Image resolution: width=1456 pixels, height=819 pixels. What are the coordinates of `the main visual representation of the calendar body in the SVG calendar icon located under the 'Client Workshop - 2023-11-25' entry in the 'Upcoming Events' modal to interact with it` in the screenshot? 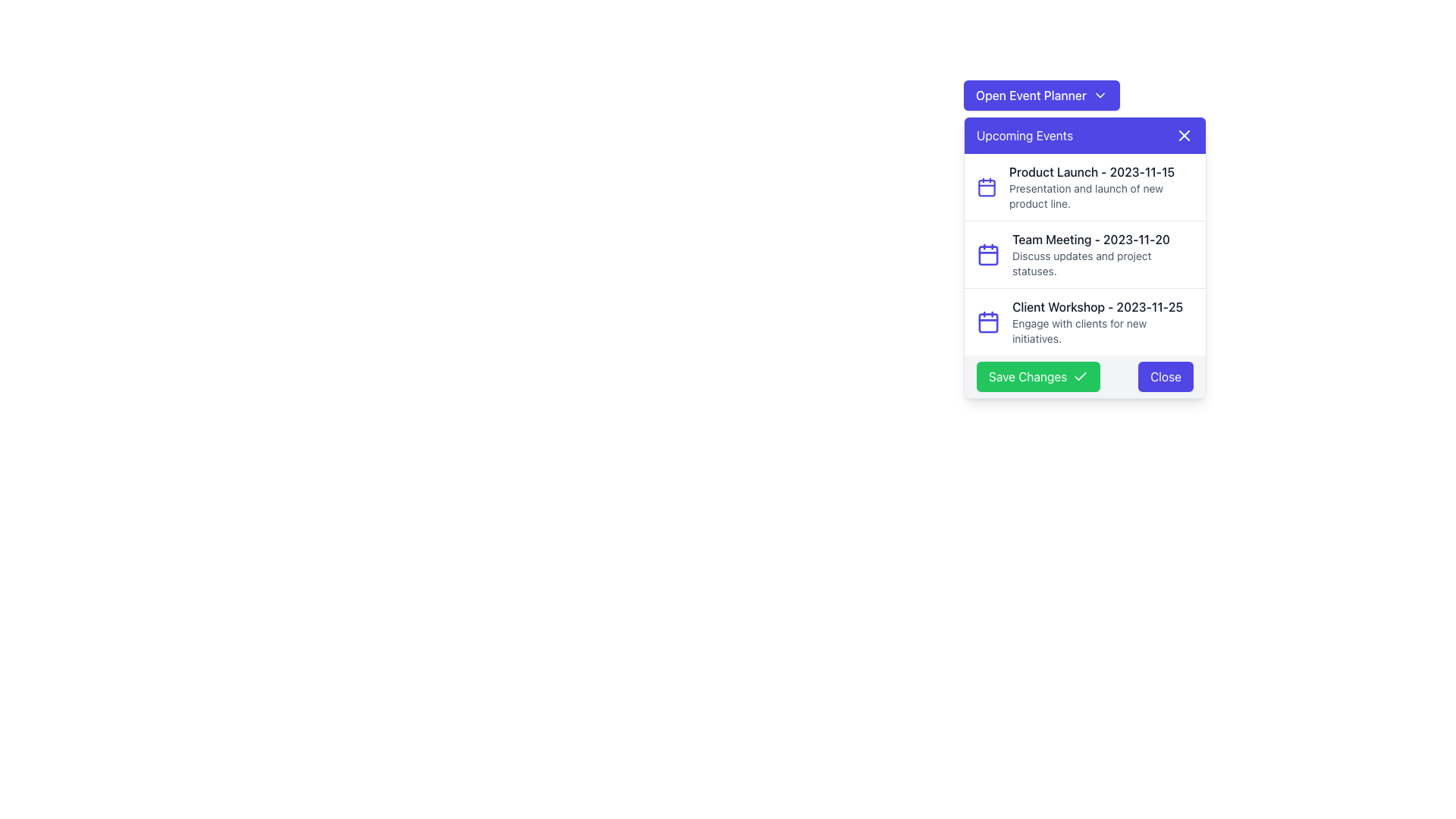 It's located at (988, 322).